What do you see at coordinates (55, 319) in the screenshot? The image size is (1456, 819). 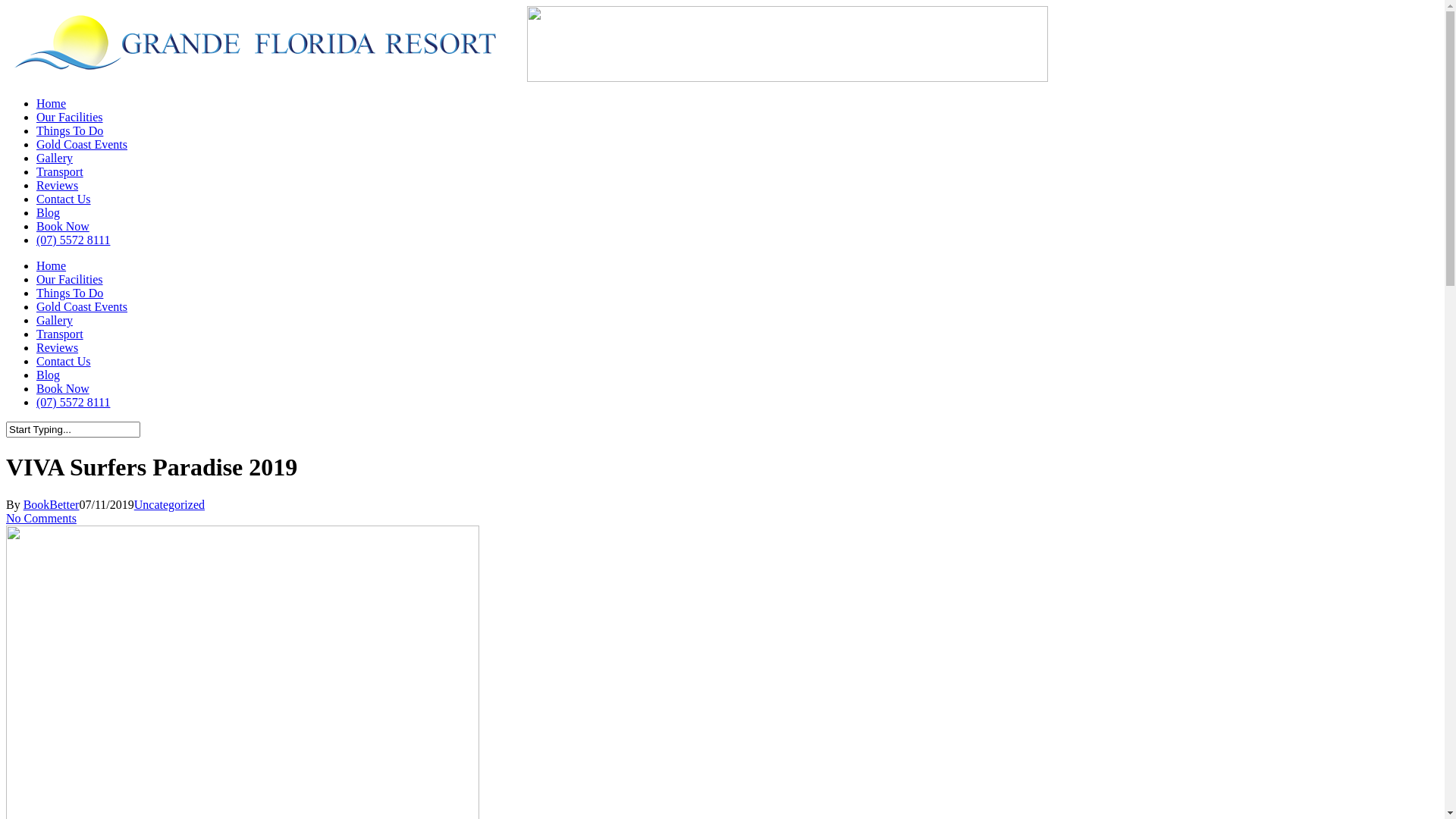 I see `'Gallery'` at bounding box center [55, 319].